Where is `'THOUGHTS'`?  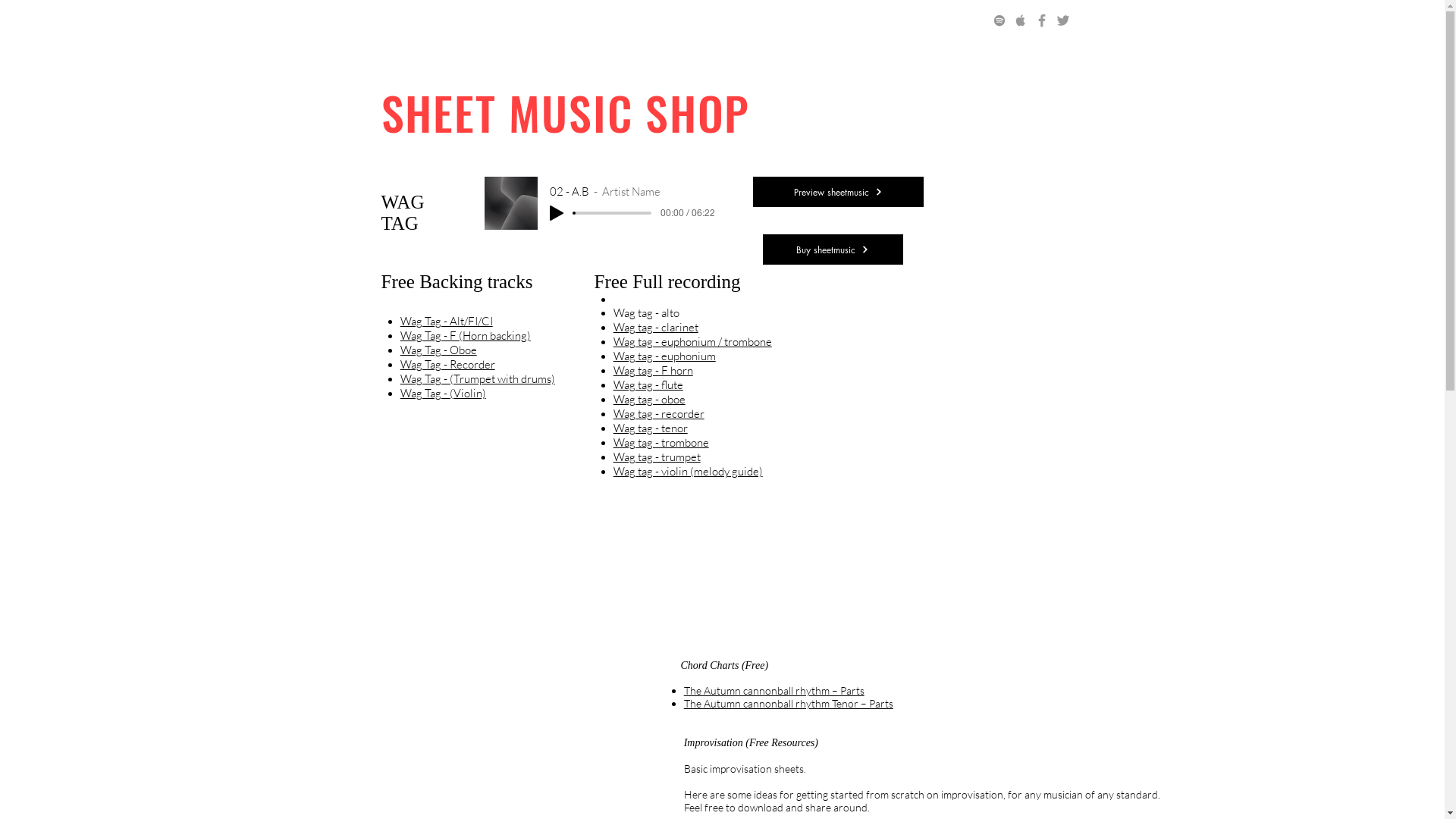
'THOUGHTS' is located at coordinates (775, 22).